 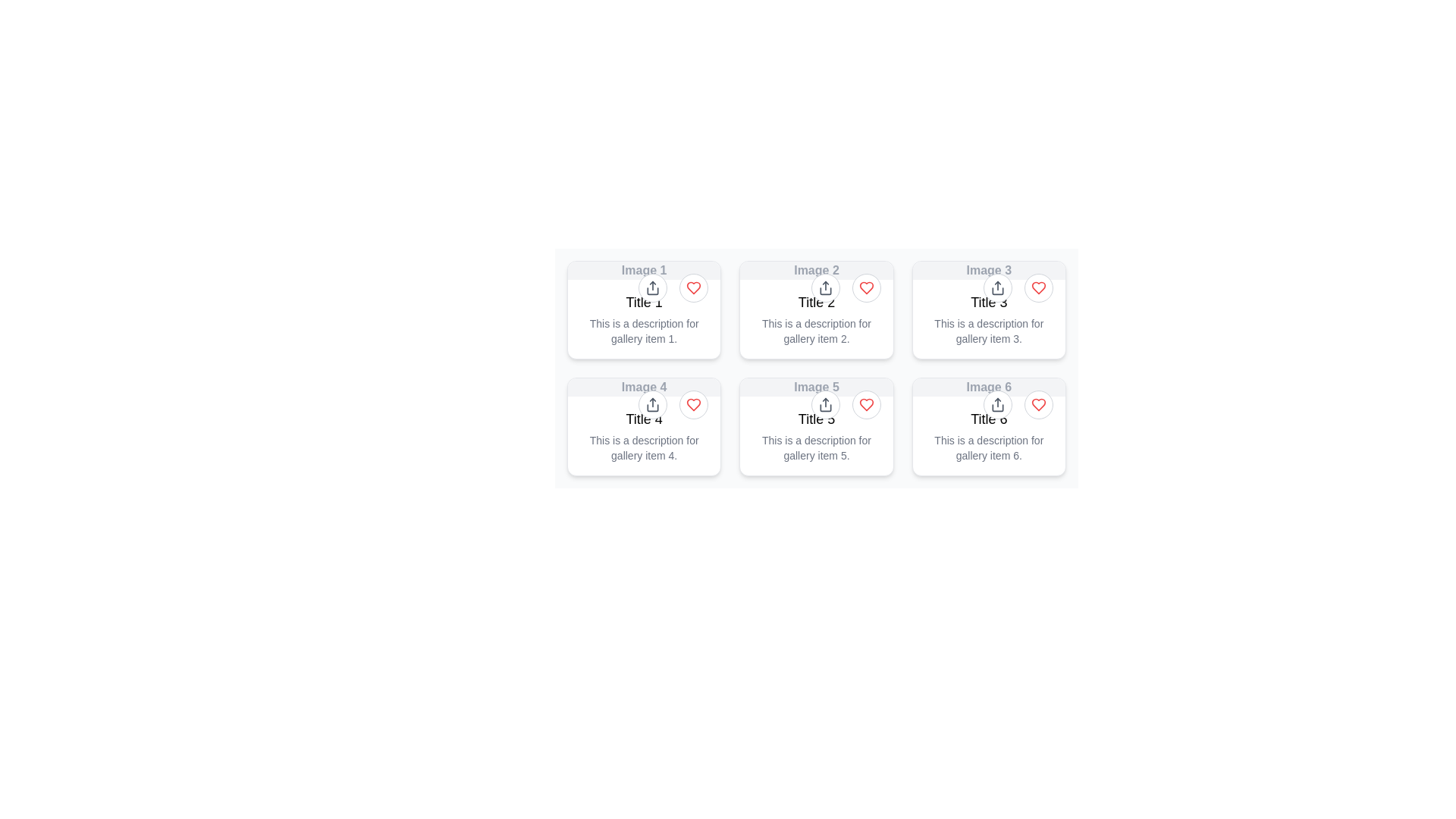 I want to click on the static text label displaying 'Image 4' in a grayish font, which is part of the fourth gallery item card in the second row of a two-row and three-column grid layout, so click(x=644, y=386).